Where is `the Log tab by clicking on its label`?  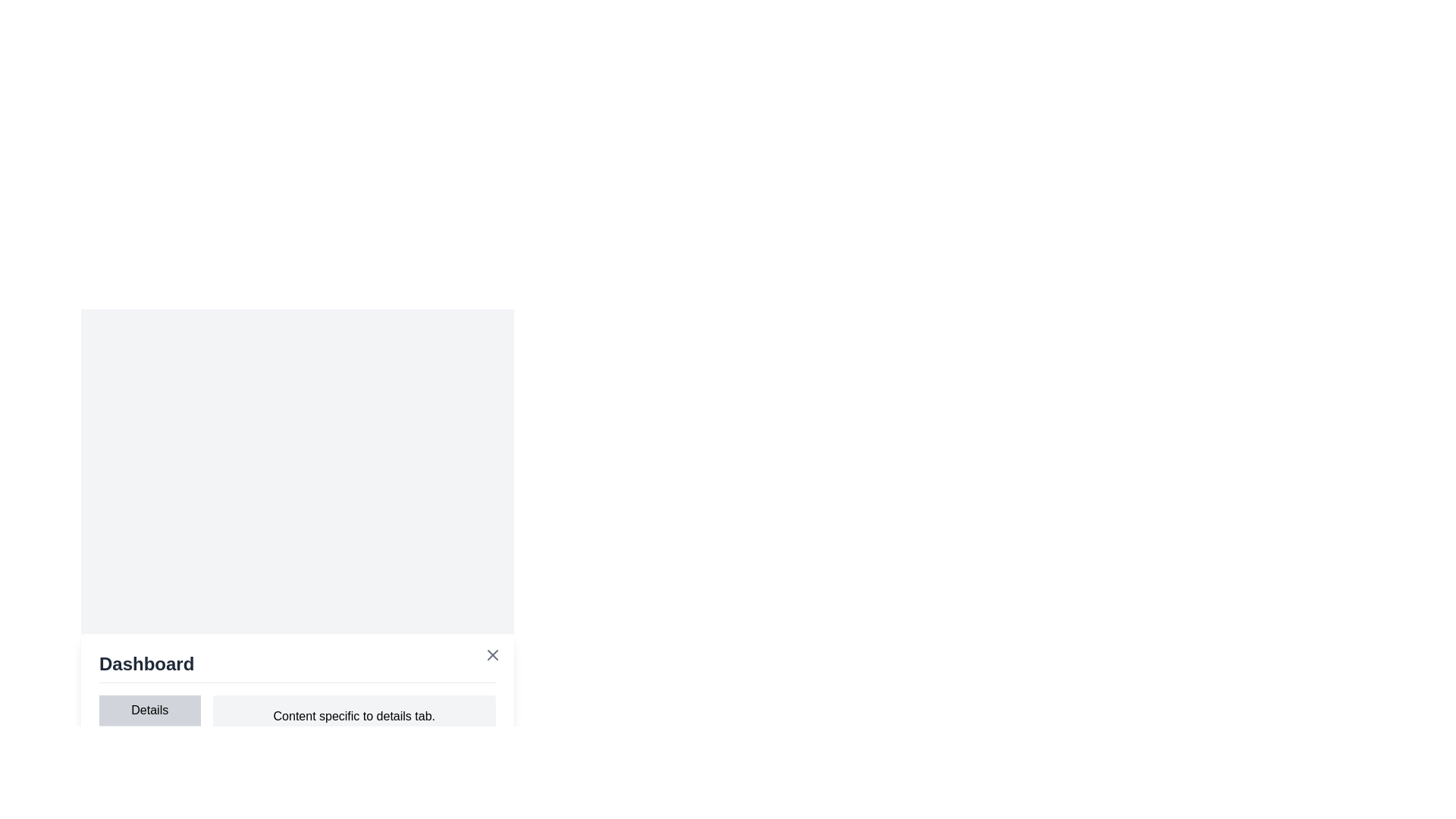
the Log tab by clicking on its label is located at coordinates (149, 771).